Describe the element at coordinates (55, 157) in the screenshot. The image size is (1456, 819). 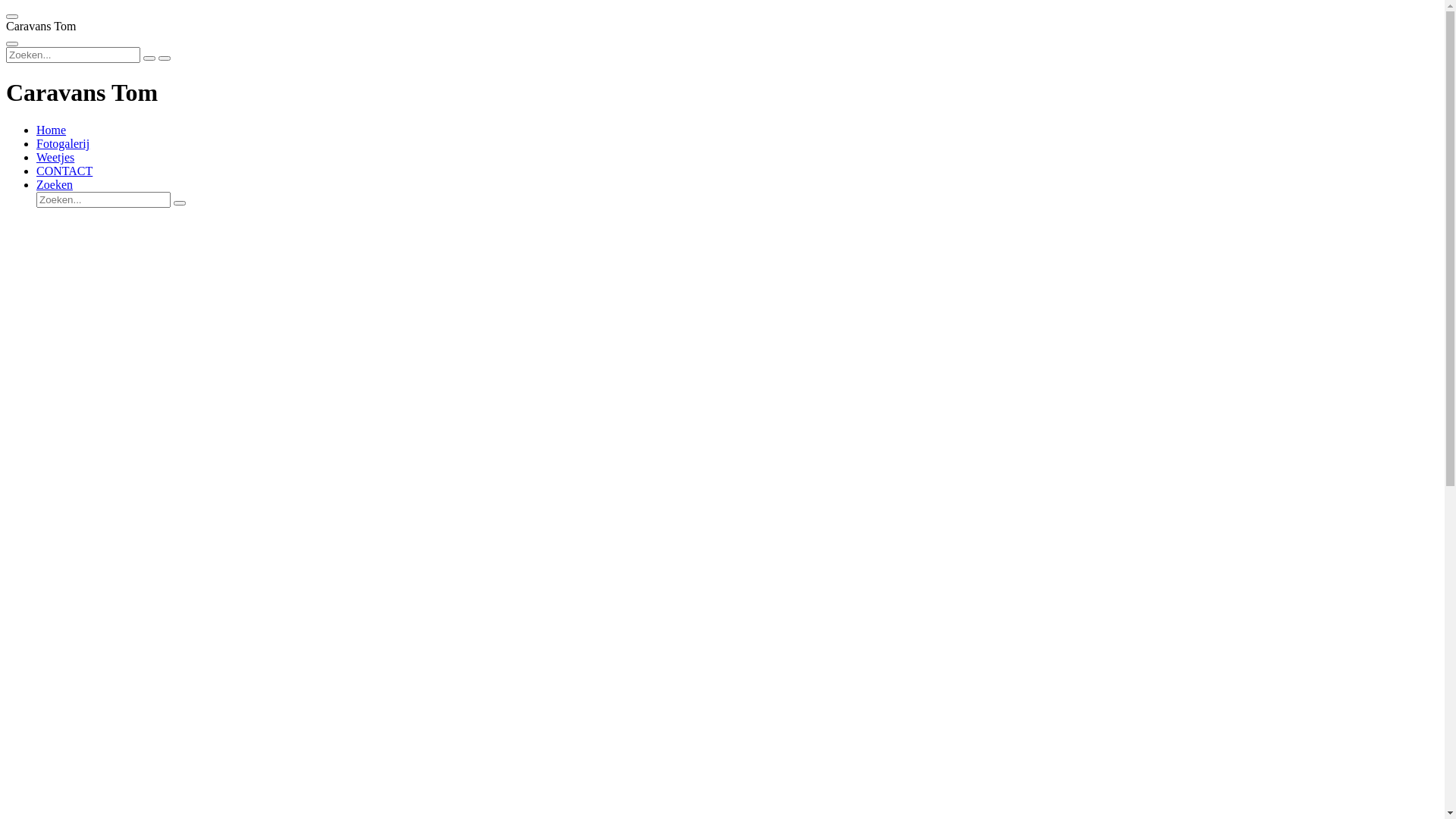
I see `'Weetjes'` at that location.